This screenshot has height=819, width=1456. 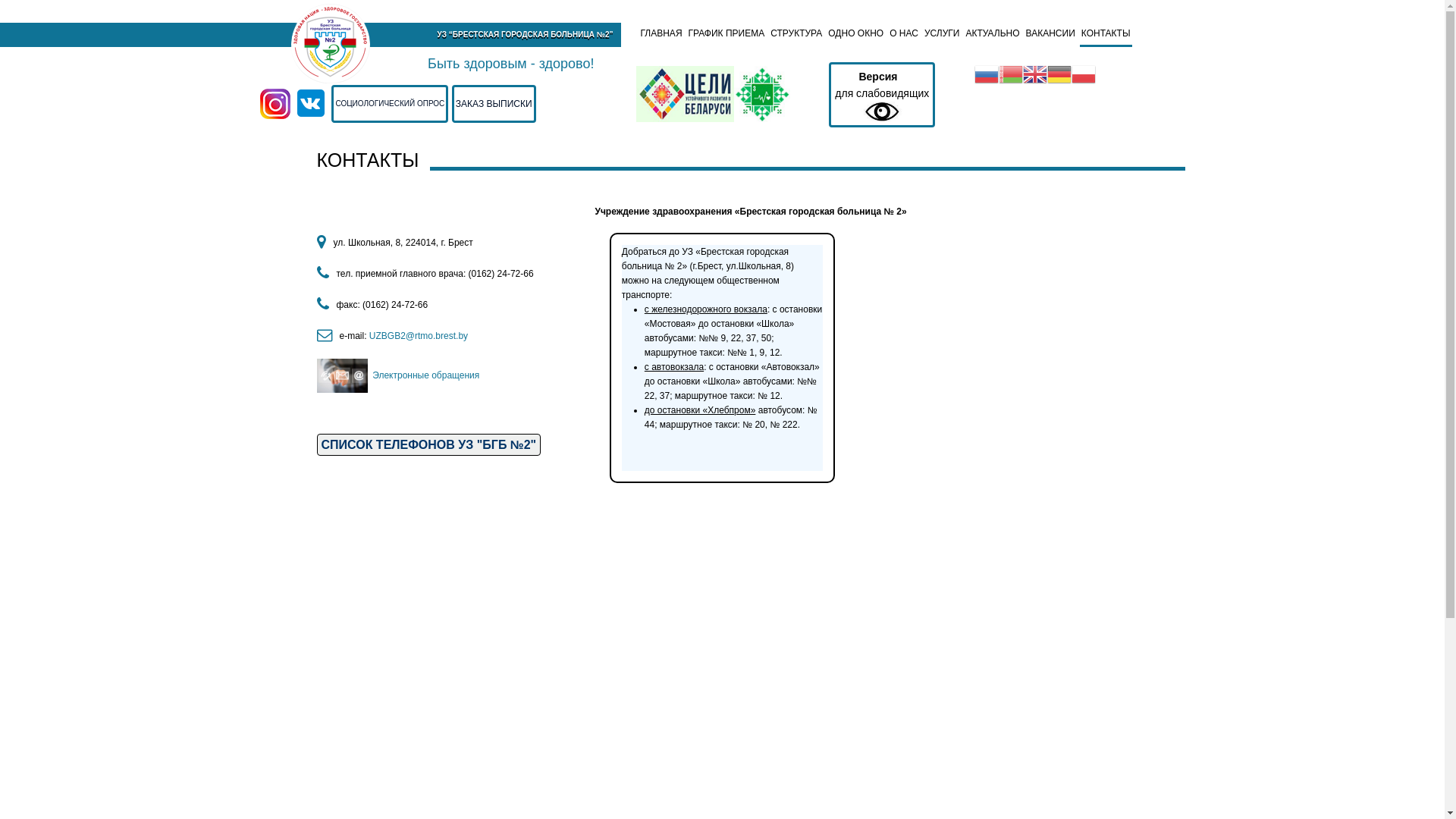 What do you see at coordinates (986, 73) in the screenshot?
I see `'Russian'` at bounding box center [986, 73].